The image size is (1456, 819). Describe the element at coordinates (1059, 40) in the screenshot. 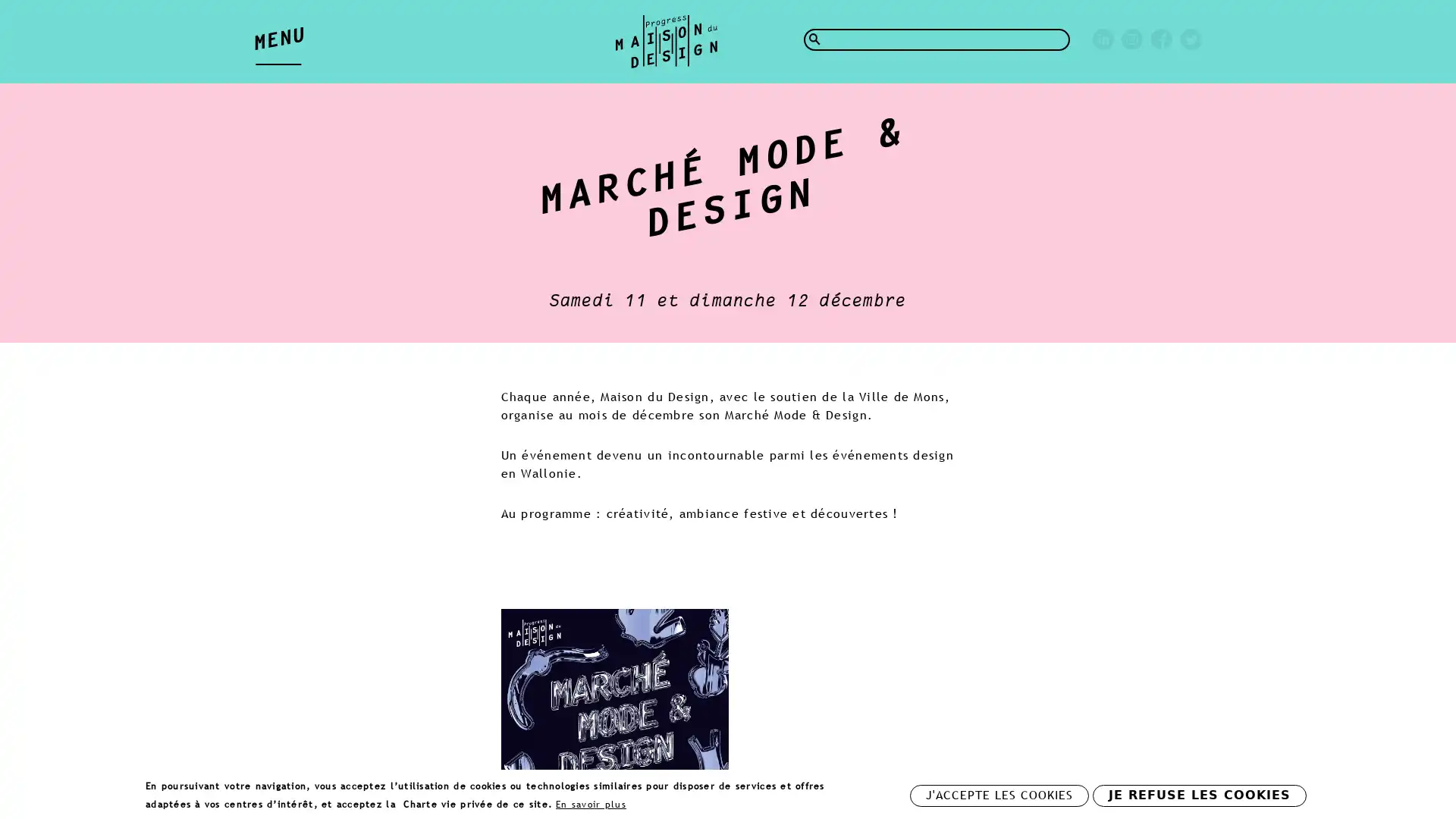

I see `Rechercher` at that location.